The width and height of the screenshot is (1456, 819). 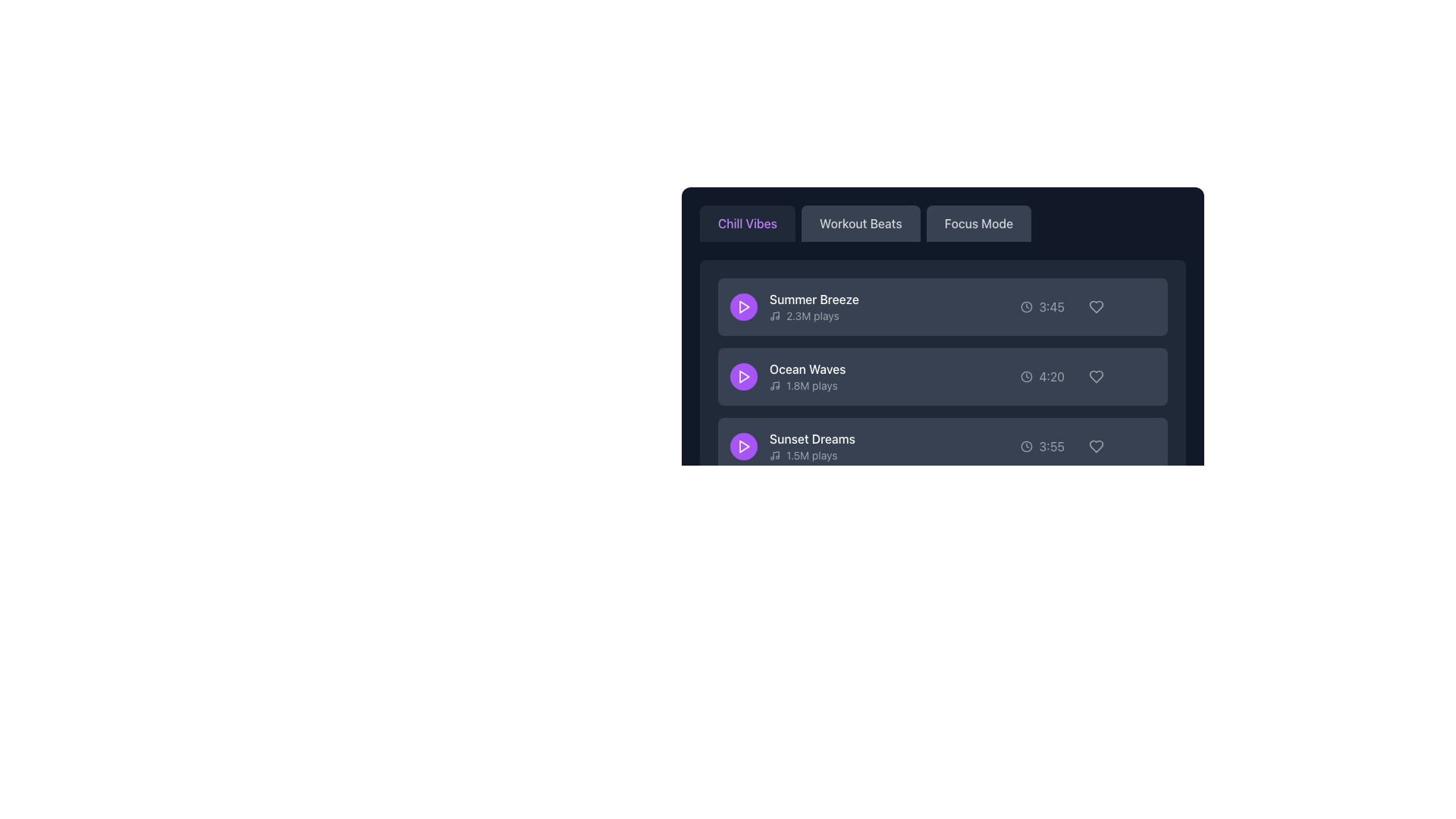 What do you see at coordinates (942, 223) in the screenshot?
I see `the 'Focus Mode' tab, which is the third tab from the left with a lighter gray background and white text, for visual feedback` at bounding box center [942, 223].